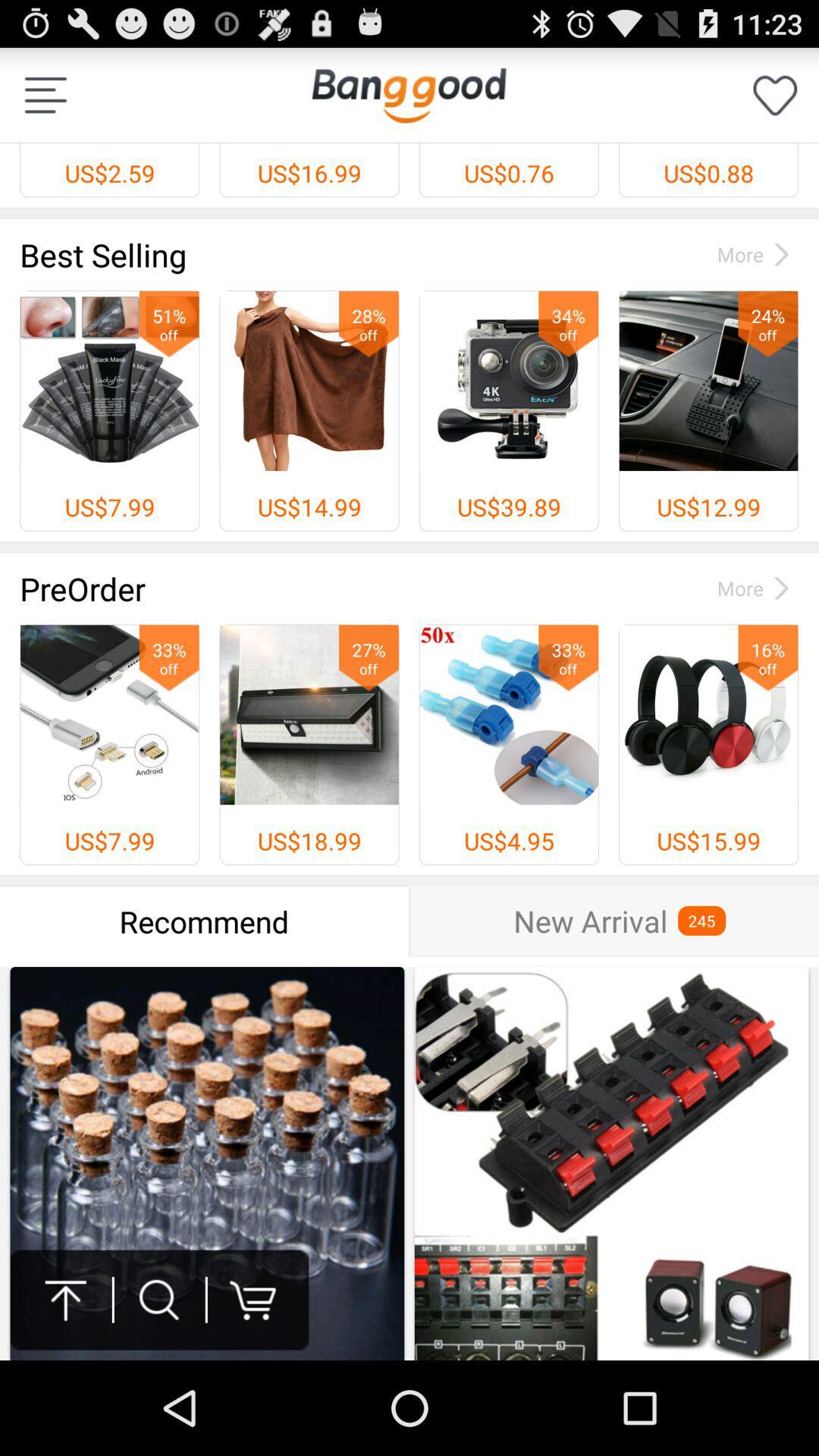 Image resolution: width=819 pixels, height=1456 pixels. Describe the element at coordinates (203, 921) in the screenshot. I see `recommend item` at that location.